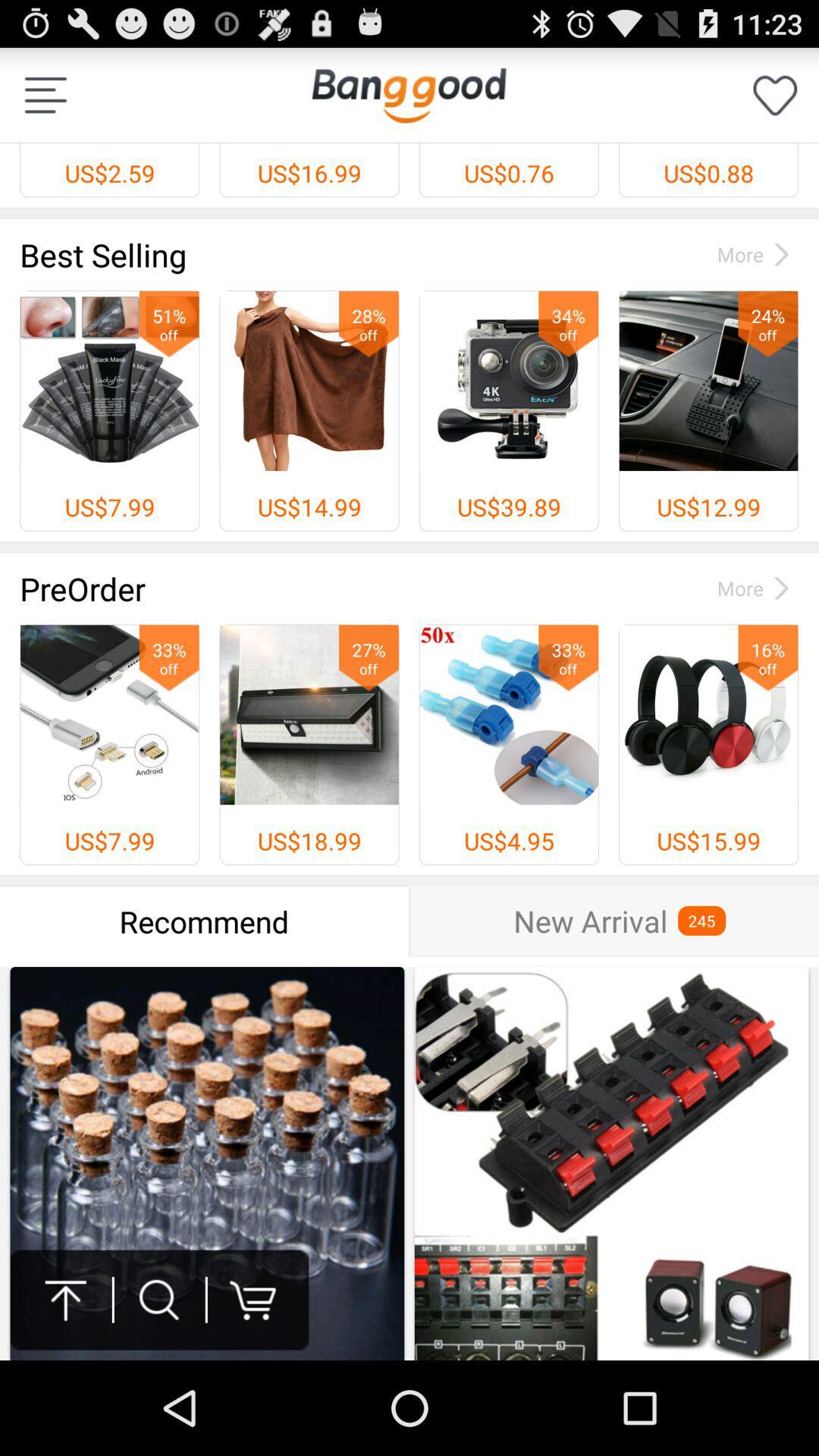 Image resolution: width=819 pixels, height=1456 pixels. Describe the element at coordinates (203, 921) in the screenshot. I see `recommend item` at that location.